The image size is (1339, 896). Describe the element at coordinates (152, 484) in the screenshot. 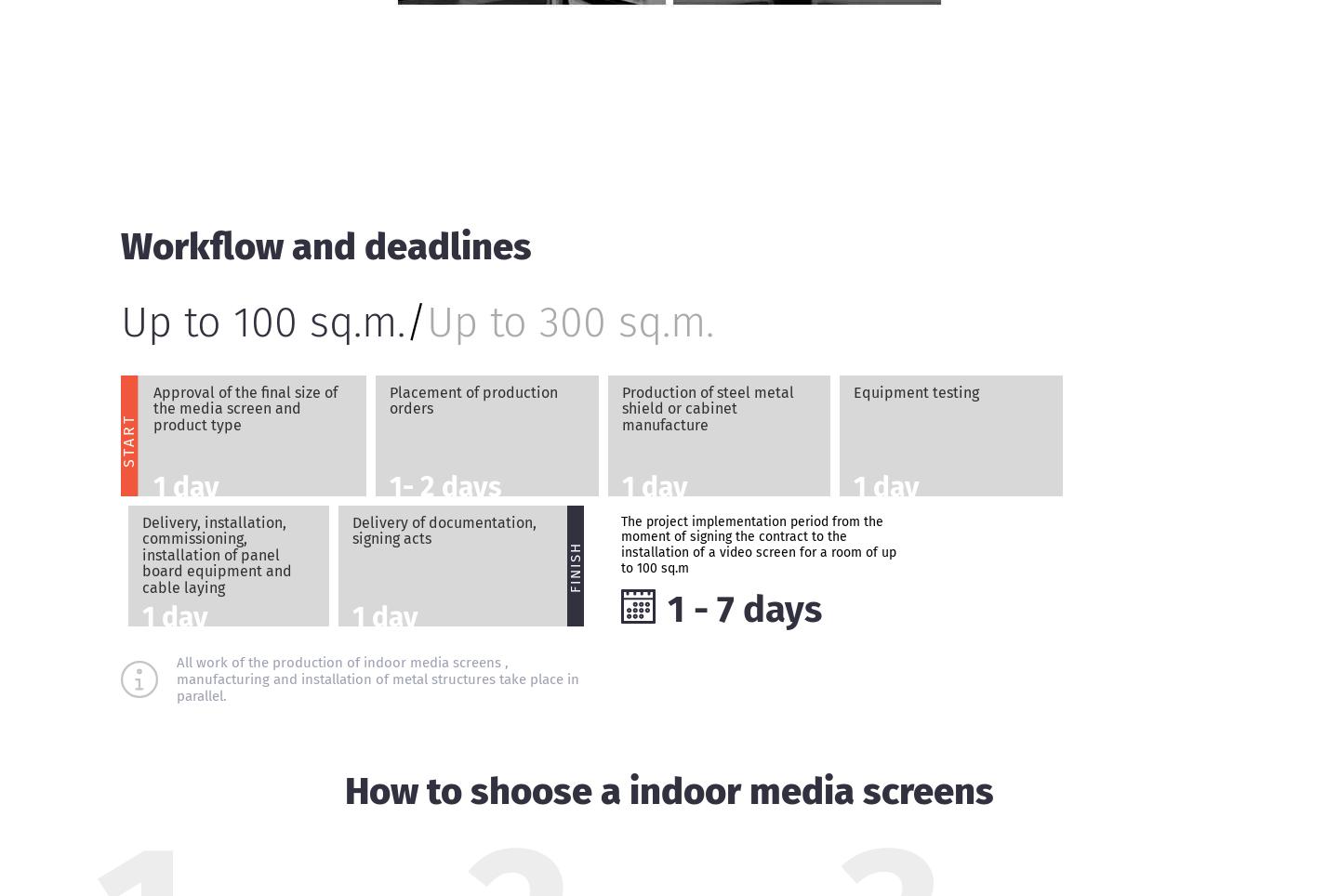

I see `'1              day'` at that location.